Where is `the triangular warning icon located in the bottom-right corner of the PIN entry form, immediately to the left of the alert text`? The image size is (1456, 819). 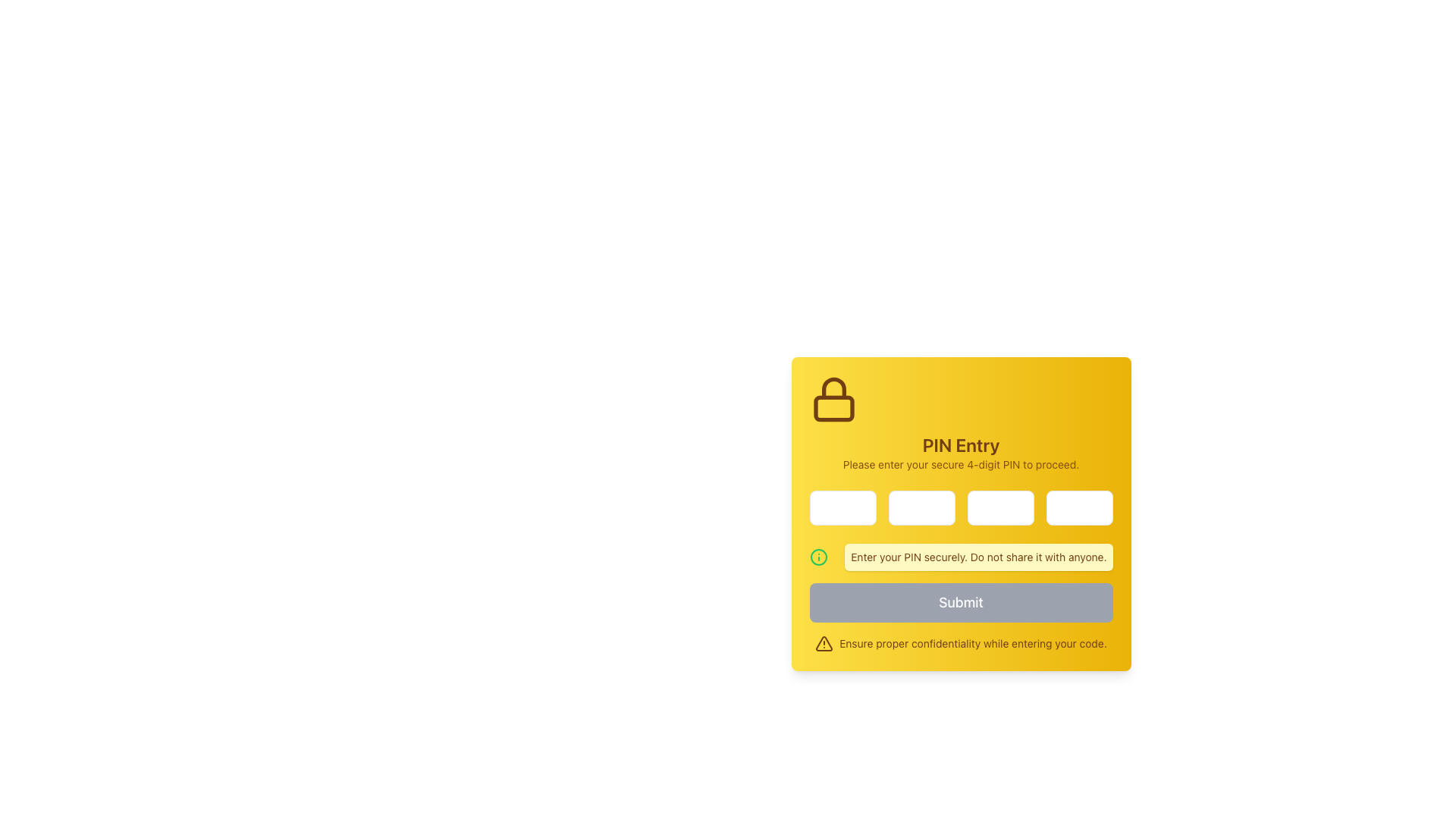 the triangular warning icon located in the bottom-right corner of the PIN entry form, immediately to the left of the alert text is located at coordinates (824, 643).